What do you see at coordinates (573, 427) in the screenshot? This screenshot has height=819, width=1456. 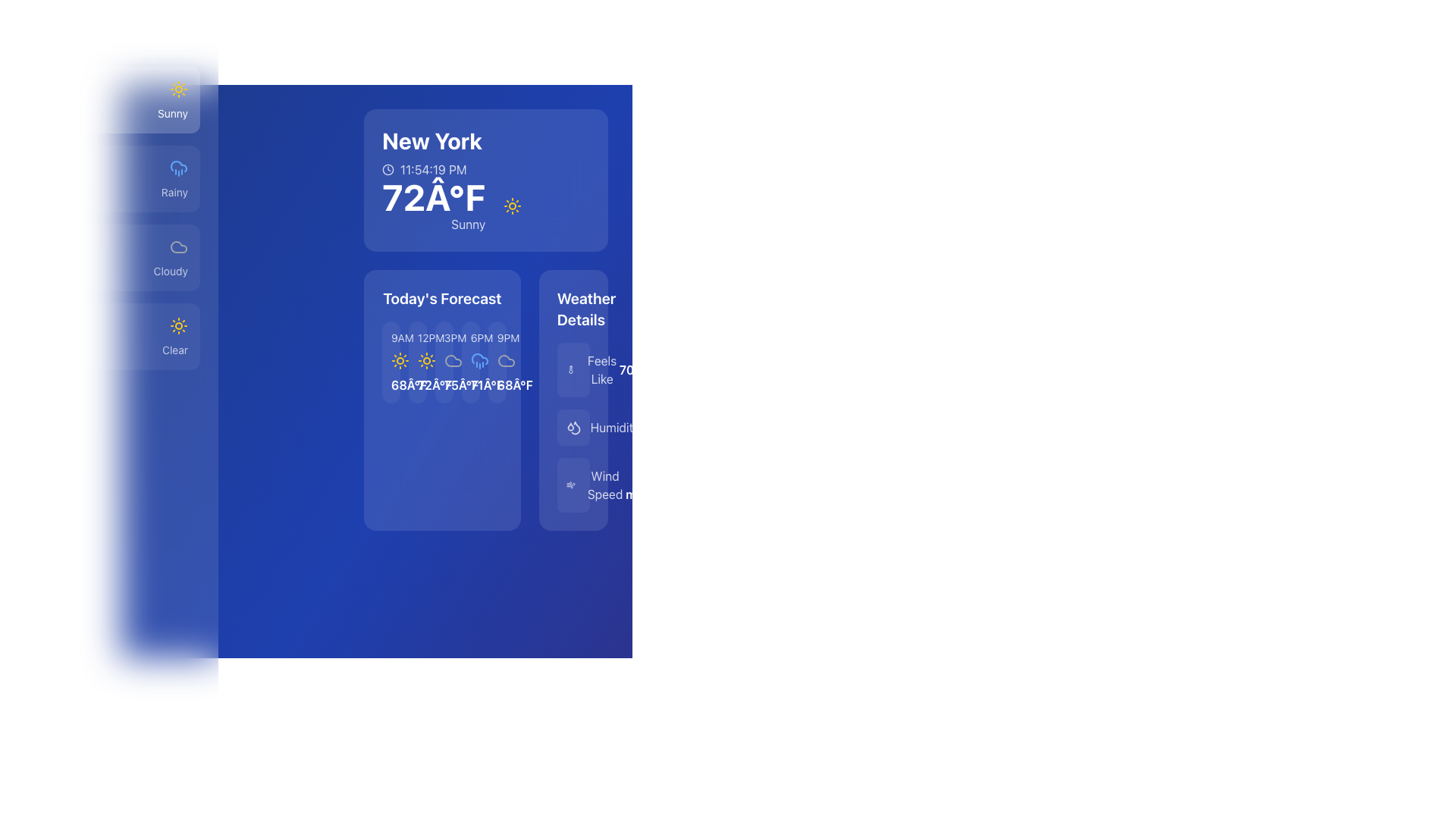 I see `the icon representing multiple water droplets, which is located in the 'Humidity' section of the 'Weather Details' panel on the right half of the interface` at bounding box center [573, 427].